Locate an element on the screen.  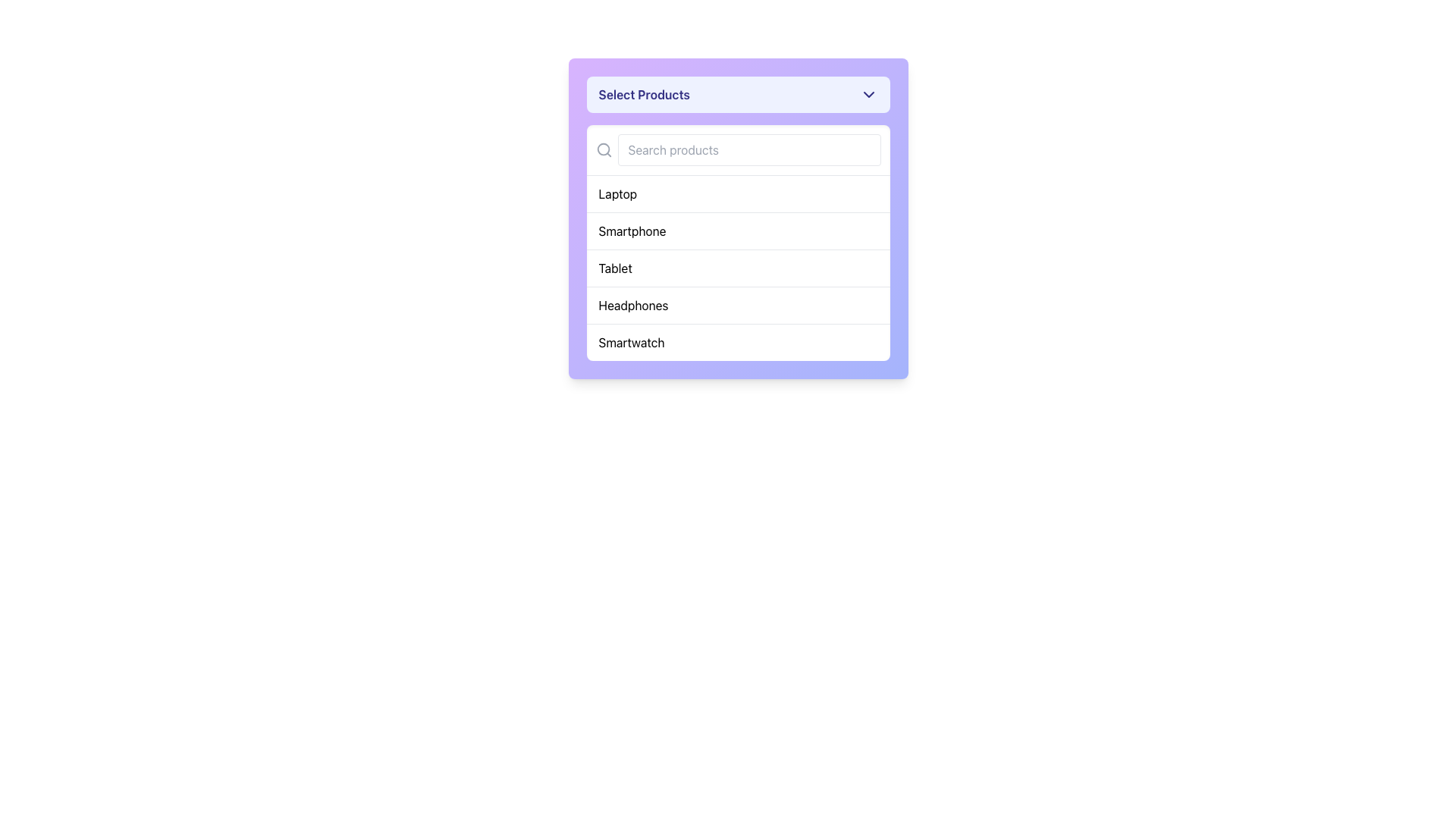
the 'Smartphone' dropdown list item is located at coordinates (738, 231).